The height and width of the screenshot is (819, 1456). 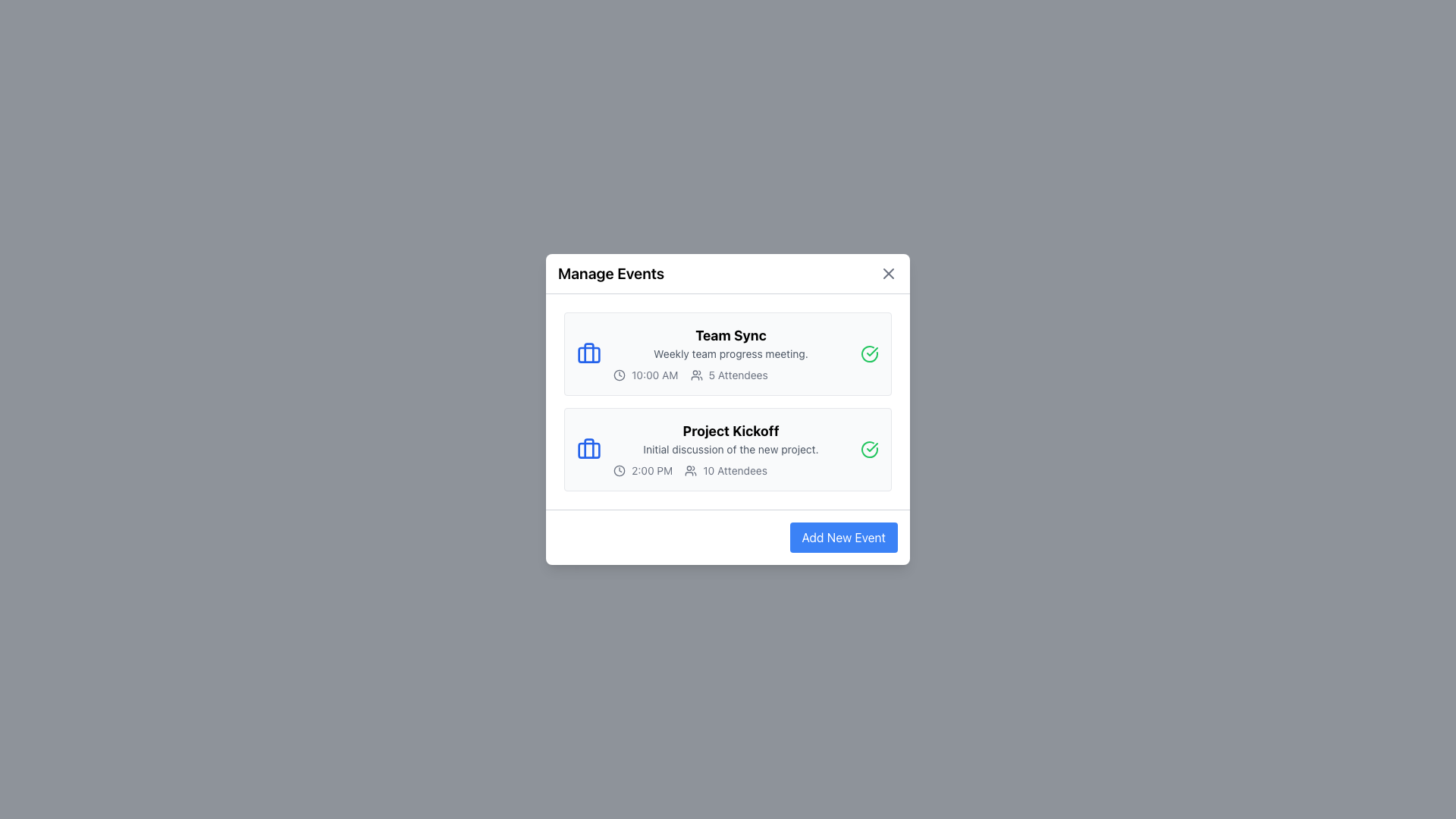 I want to click on the leftmost icon representing time information for '2:00 PM' in the 'Project Kickoff' layout, so click(x=619, y=470).